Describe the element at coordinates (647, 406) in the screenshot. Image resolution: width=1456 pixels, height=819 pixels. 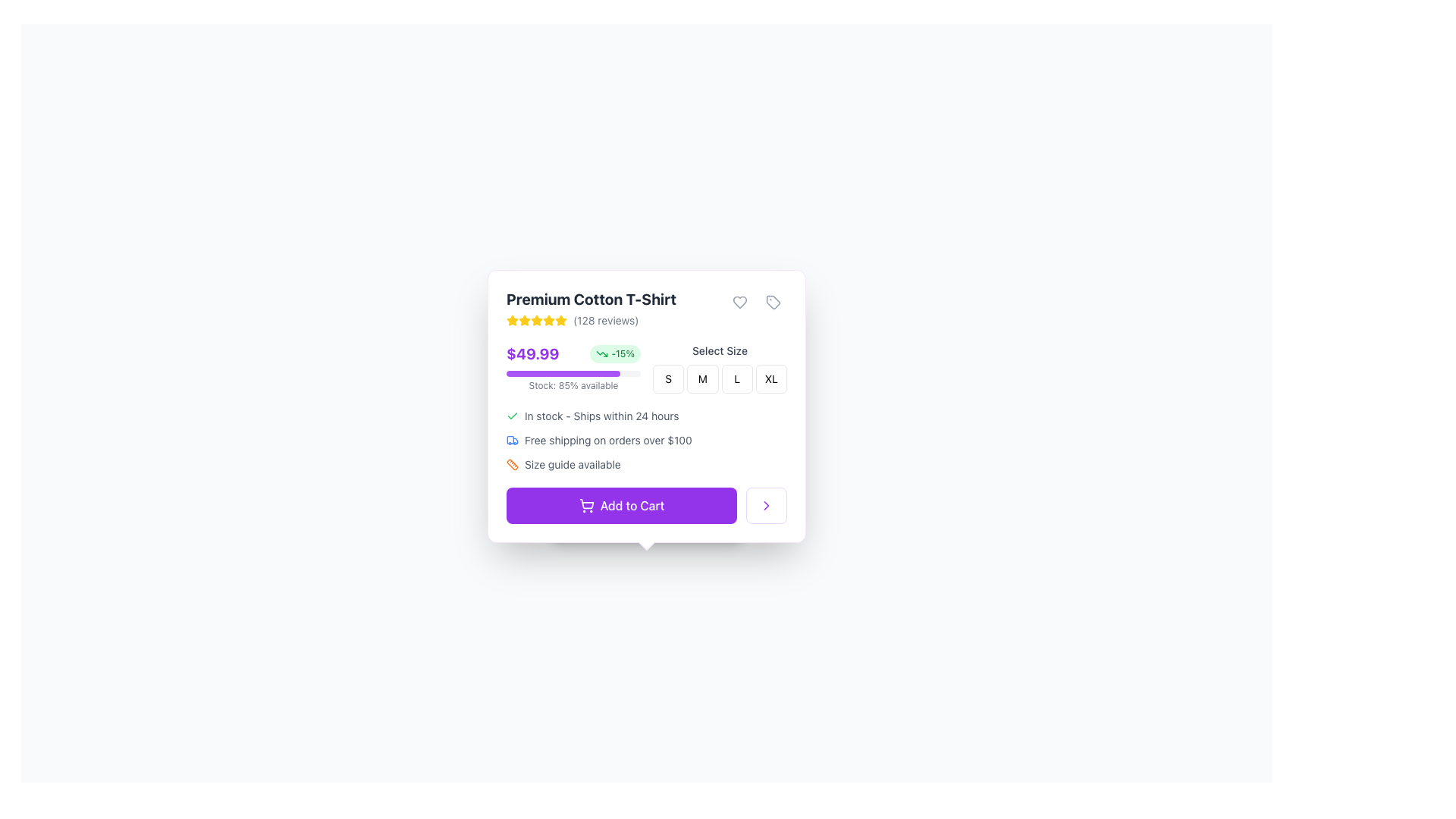
I see `the 'size guide' or 'free shipping info' link within the Product Information Card, which displays essential product details and action buttons` at that location.